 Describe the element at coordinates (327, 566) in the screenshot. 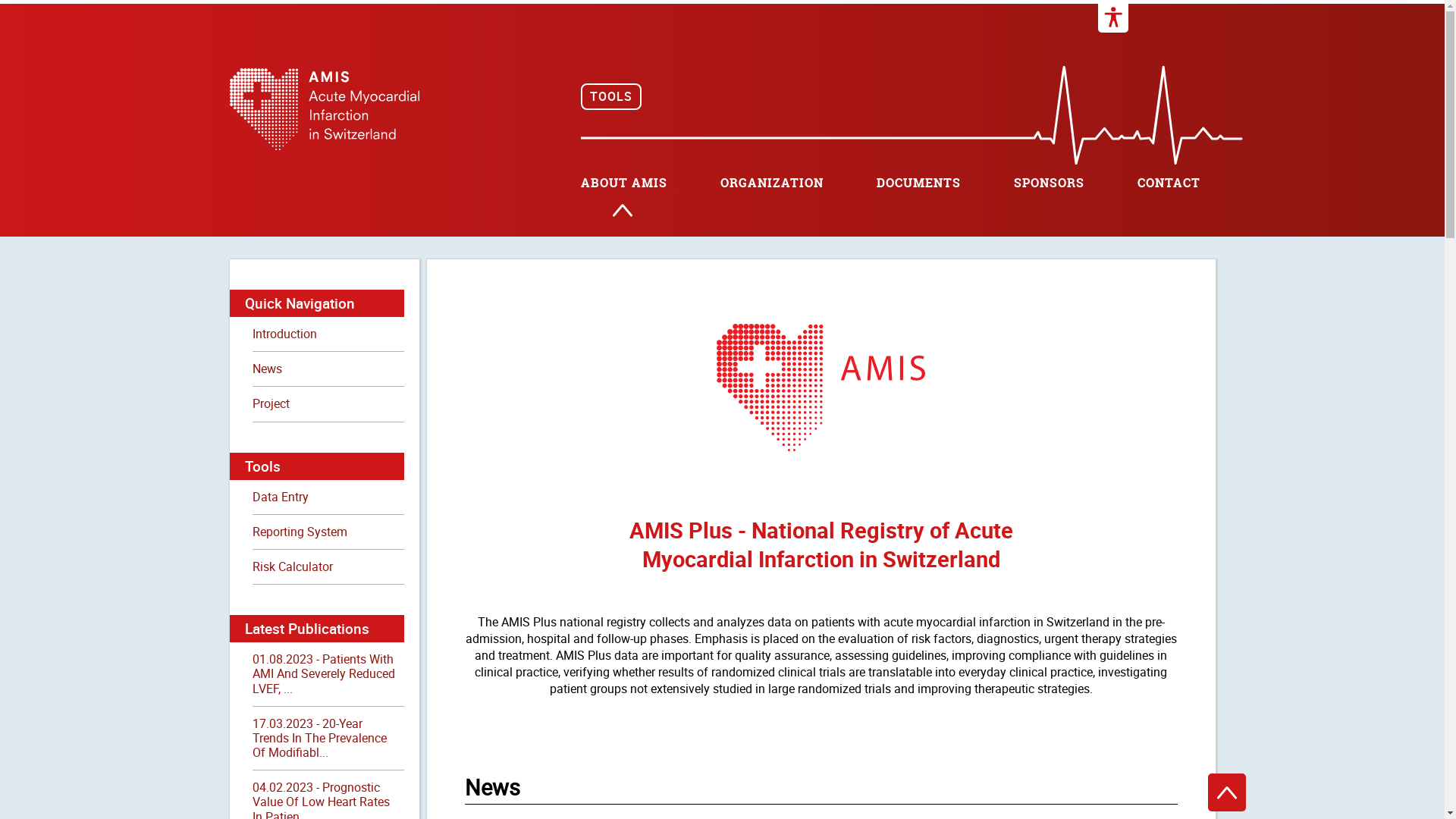

I see `'Risk Calculator'` at that location.